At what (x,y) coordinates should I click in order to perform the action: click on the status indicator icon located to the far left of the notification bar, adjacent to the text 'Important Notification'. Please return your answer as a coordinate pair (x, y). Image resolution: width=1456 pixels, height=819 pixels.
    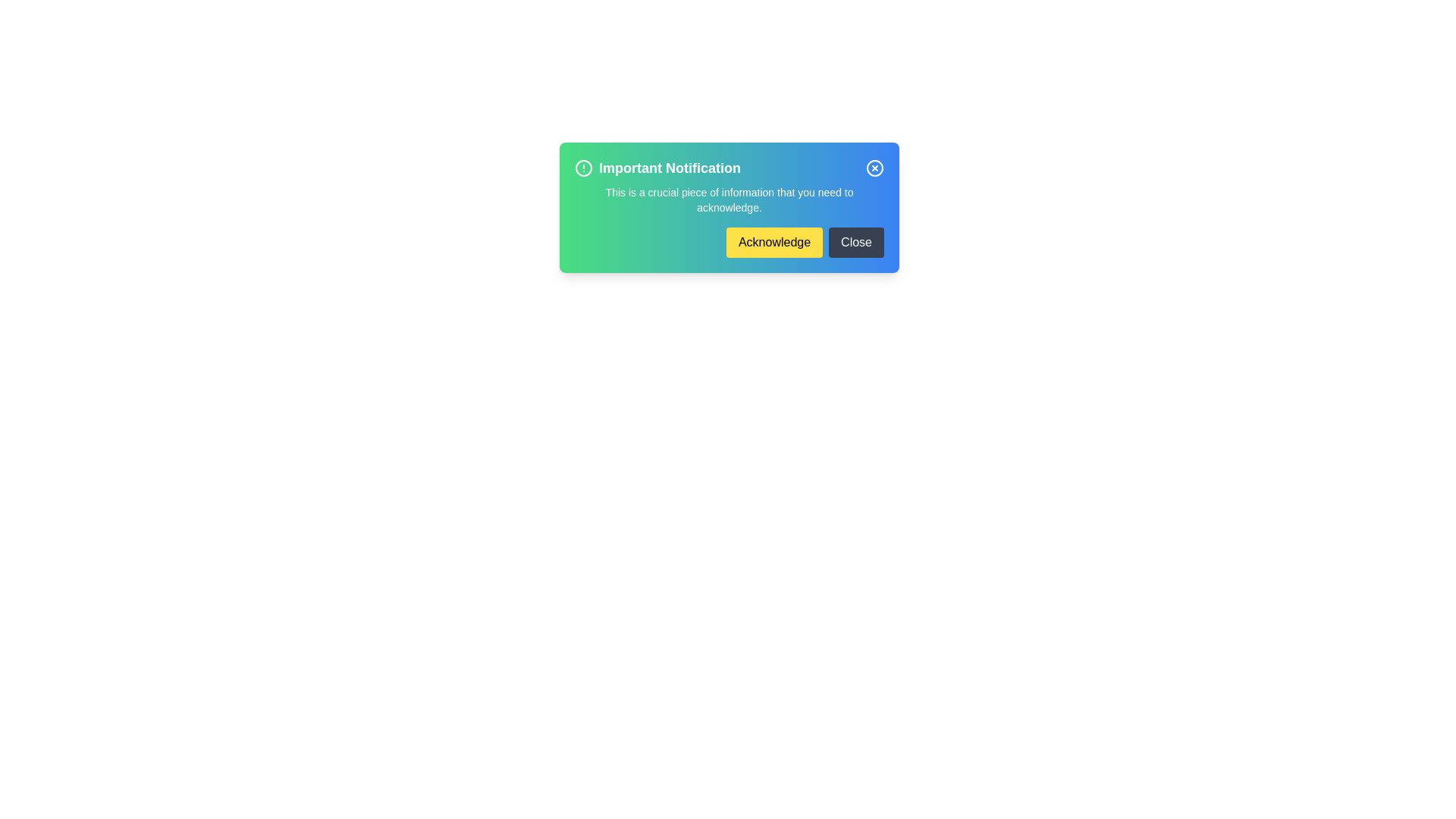
    Looking at the image, I should click on (582, 168).